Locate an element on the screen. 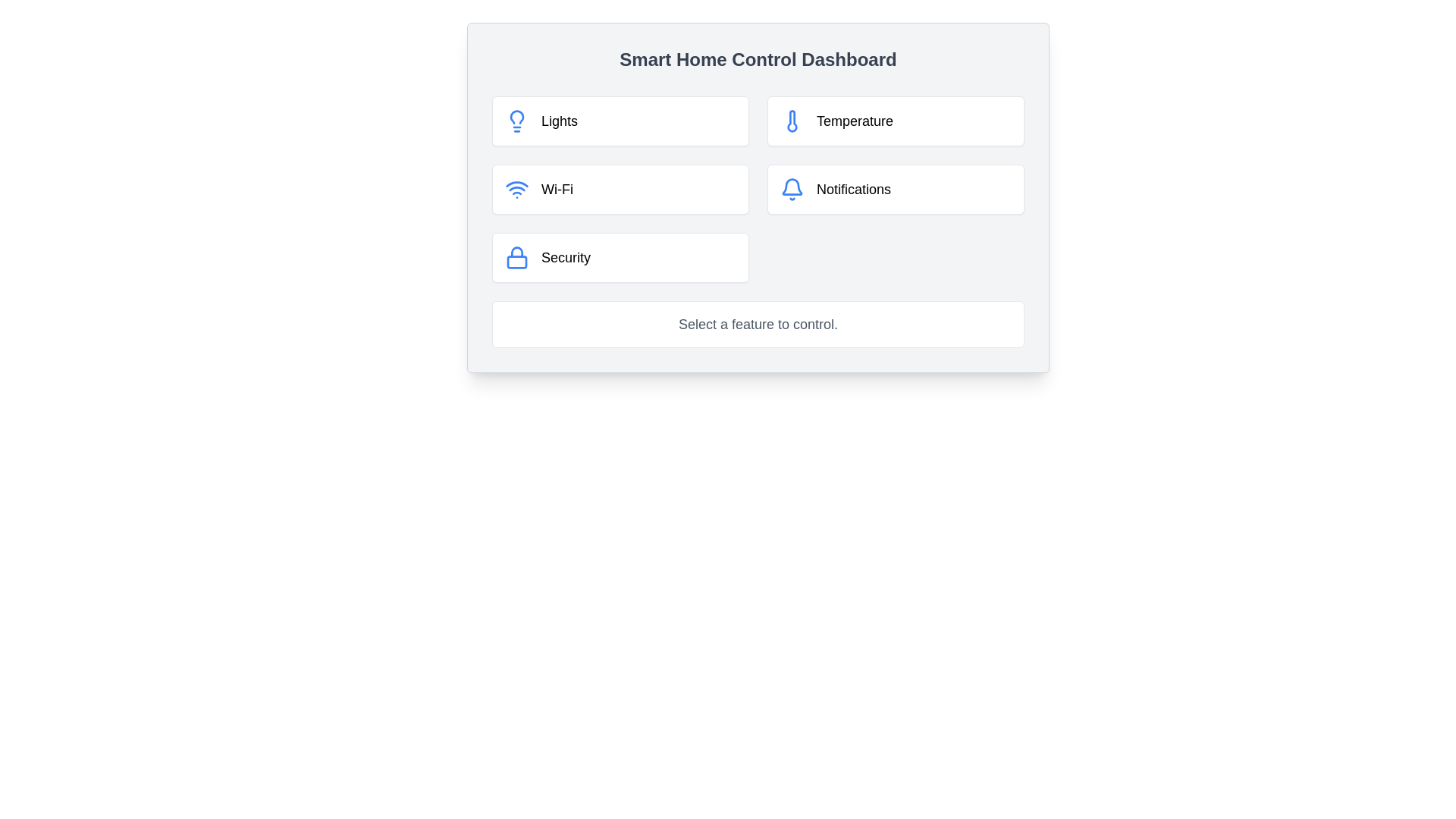 The image size is (1456, 819). the blue bell icon located within the 'Notifications' card, positioned to the left of the 'Notifications' text label is located at coordinates (792, 189).